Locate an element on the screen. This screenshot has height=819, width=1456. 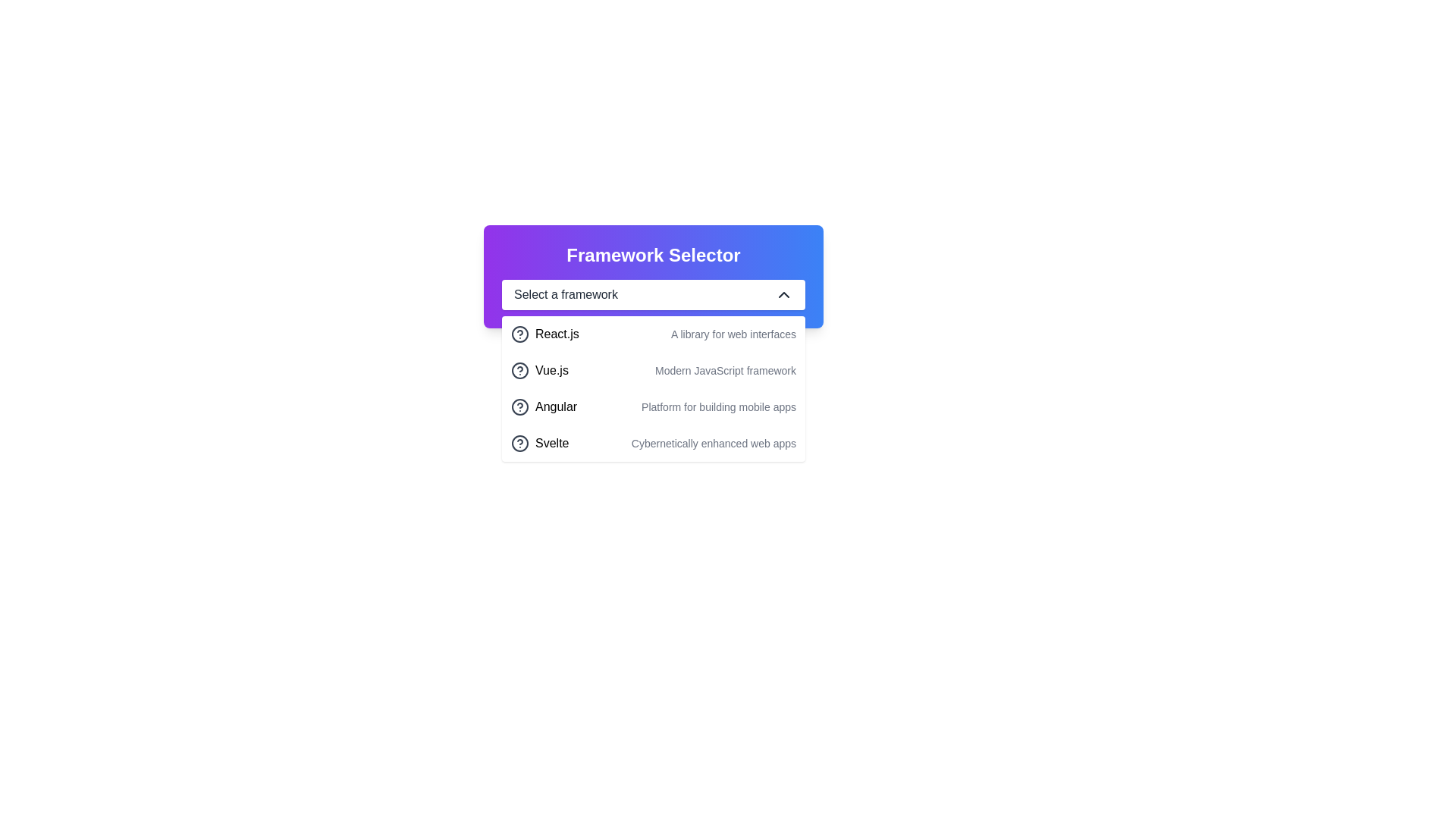
static text label that reads 'A library for web interfaces', which is located to the right of 'React.js' in the dropdown list under 'Select a framework' is located at coordinates (733, 333).